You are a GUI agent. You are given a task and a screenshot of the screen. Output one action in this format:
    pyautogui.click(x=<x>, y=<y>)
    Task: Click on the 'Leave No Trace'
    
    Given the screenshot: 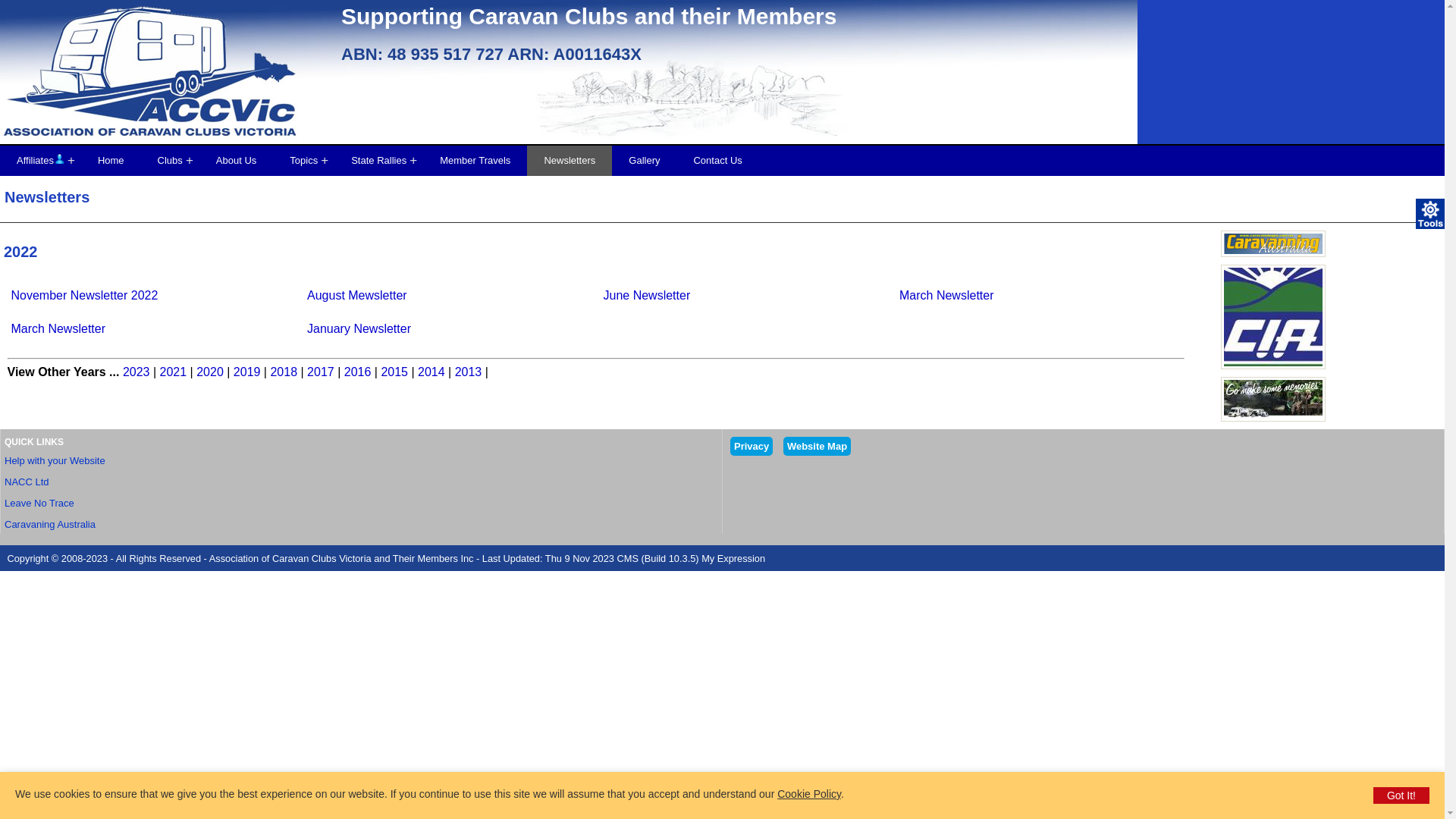 What is the action you would take?
    pyautogui.click(x=39, y=503)
    